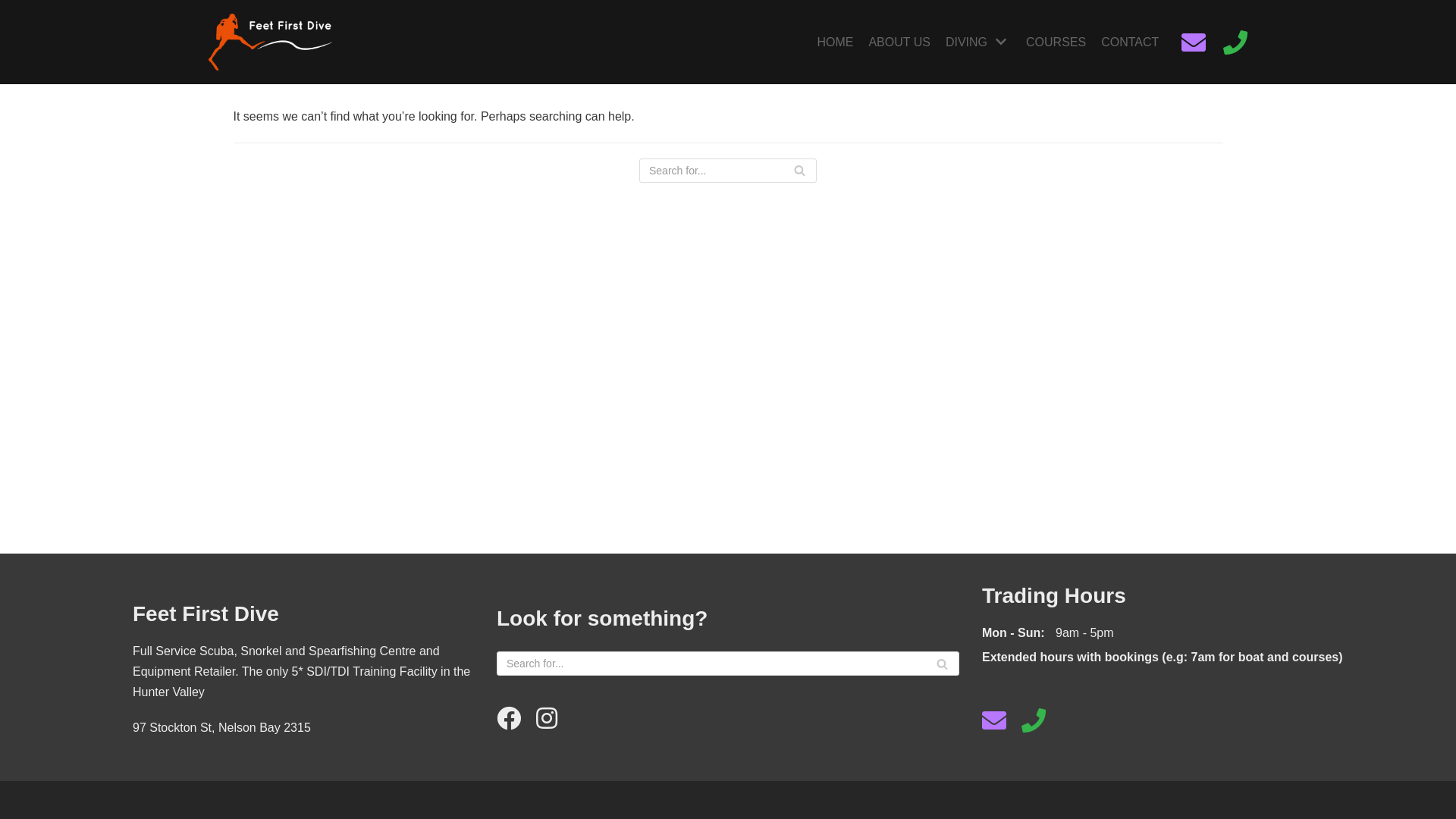  I want to click on 'HOME', so click(833, 42).